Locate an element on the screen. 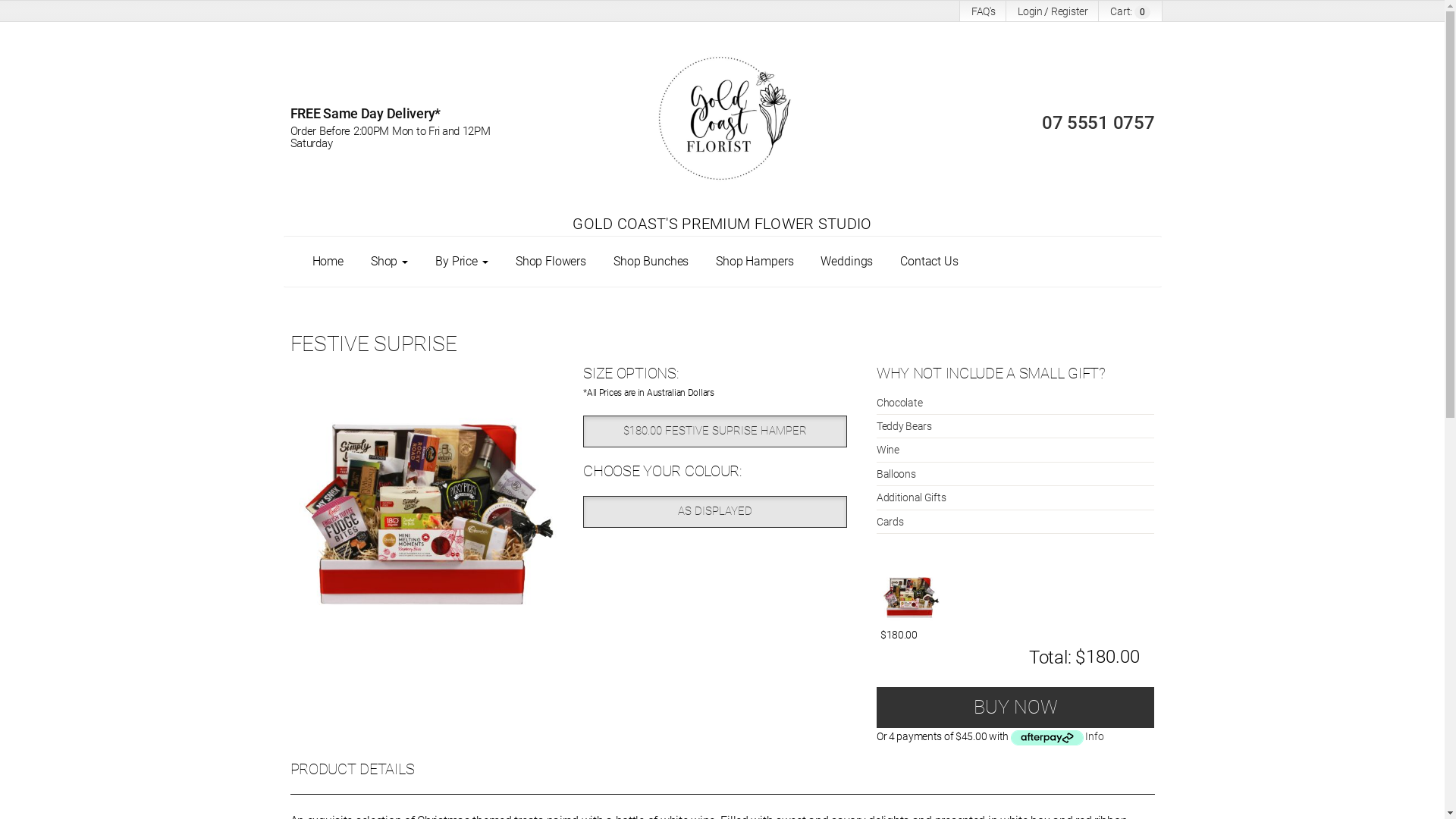  '07 5551 0757' is located at coordinates (1098, 122).